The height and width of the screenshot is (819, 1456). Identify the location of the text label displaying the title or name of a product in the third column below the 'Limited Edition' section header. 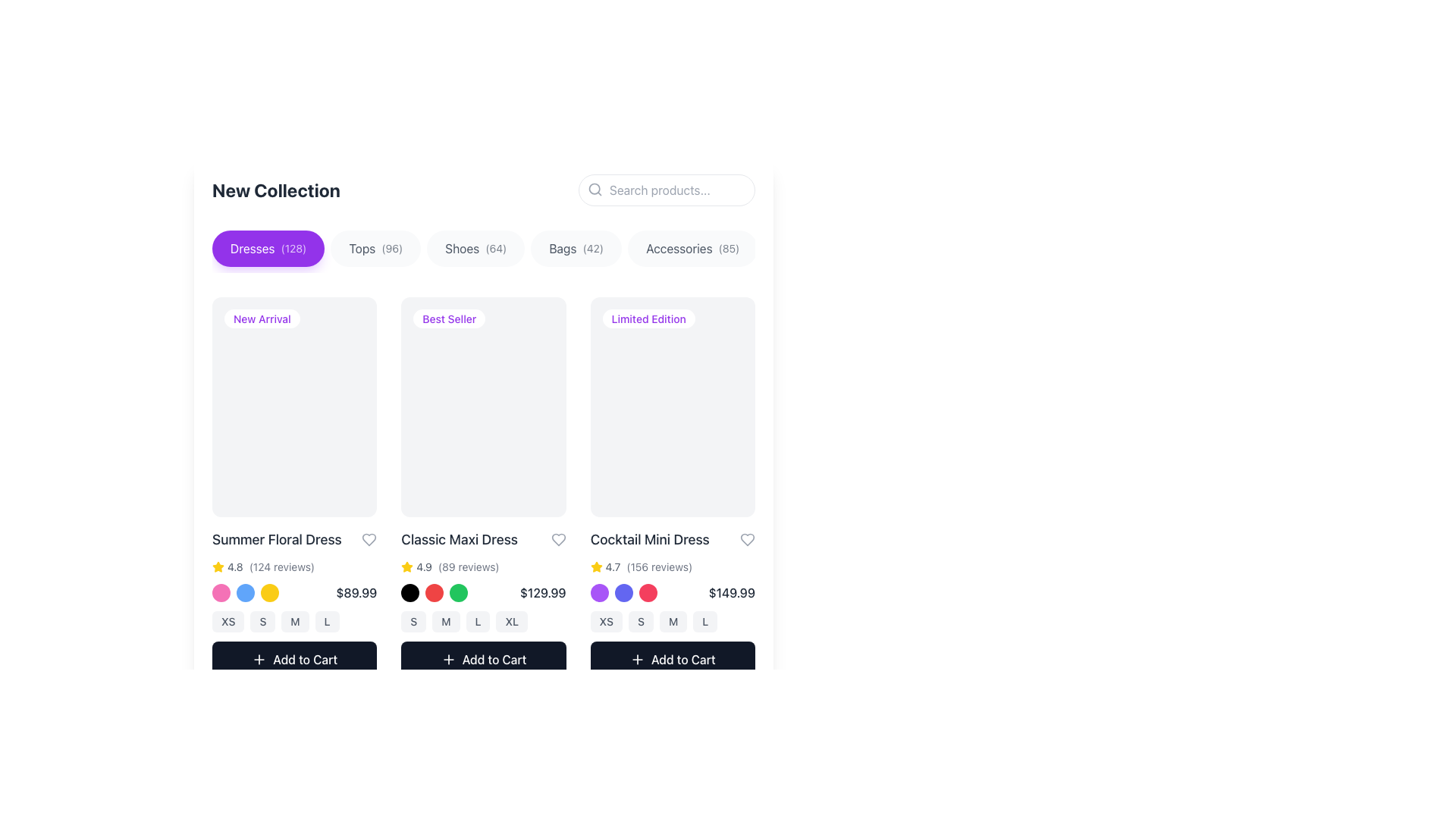
(650, 538).